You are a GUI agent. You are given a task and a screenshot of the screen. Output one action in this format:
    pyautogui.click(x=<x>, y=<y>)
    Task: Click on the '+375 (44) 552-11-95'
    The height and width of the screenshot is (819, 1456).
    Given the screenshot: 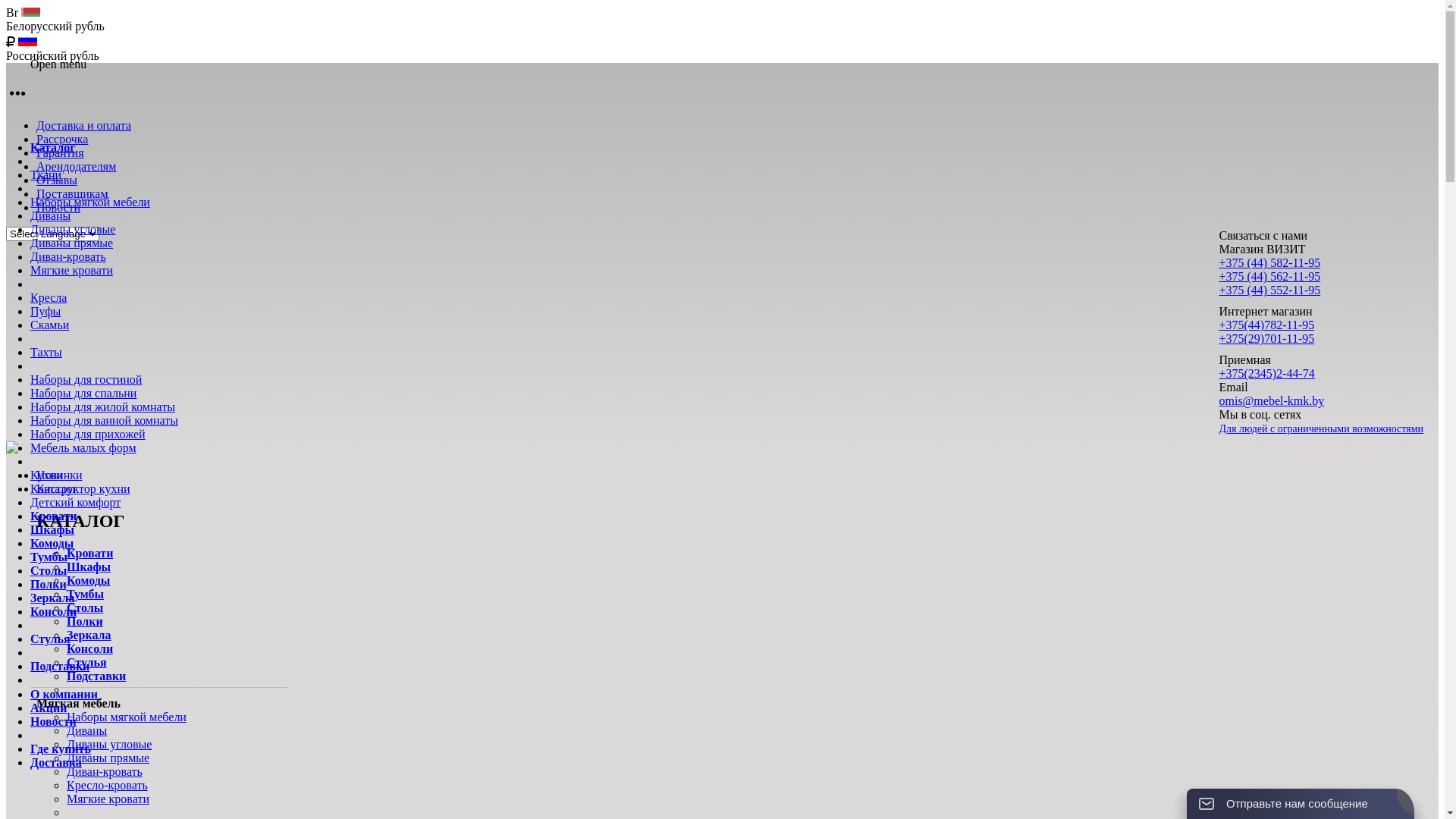 What is the action you would take?
    pyautogui.click(x=1270, y=290)
    